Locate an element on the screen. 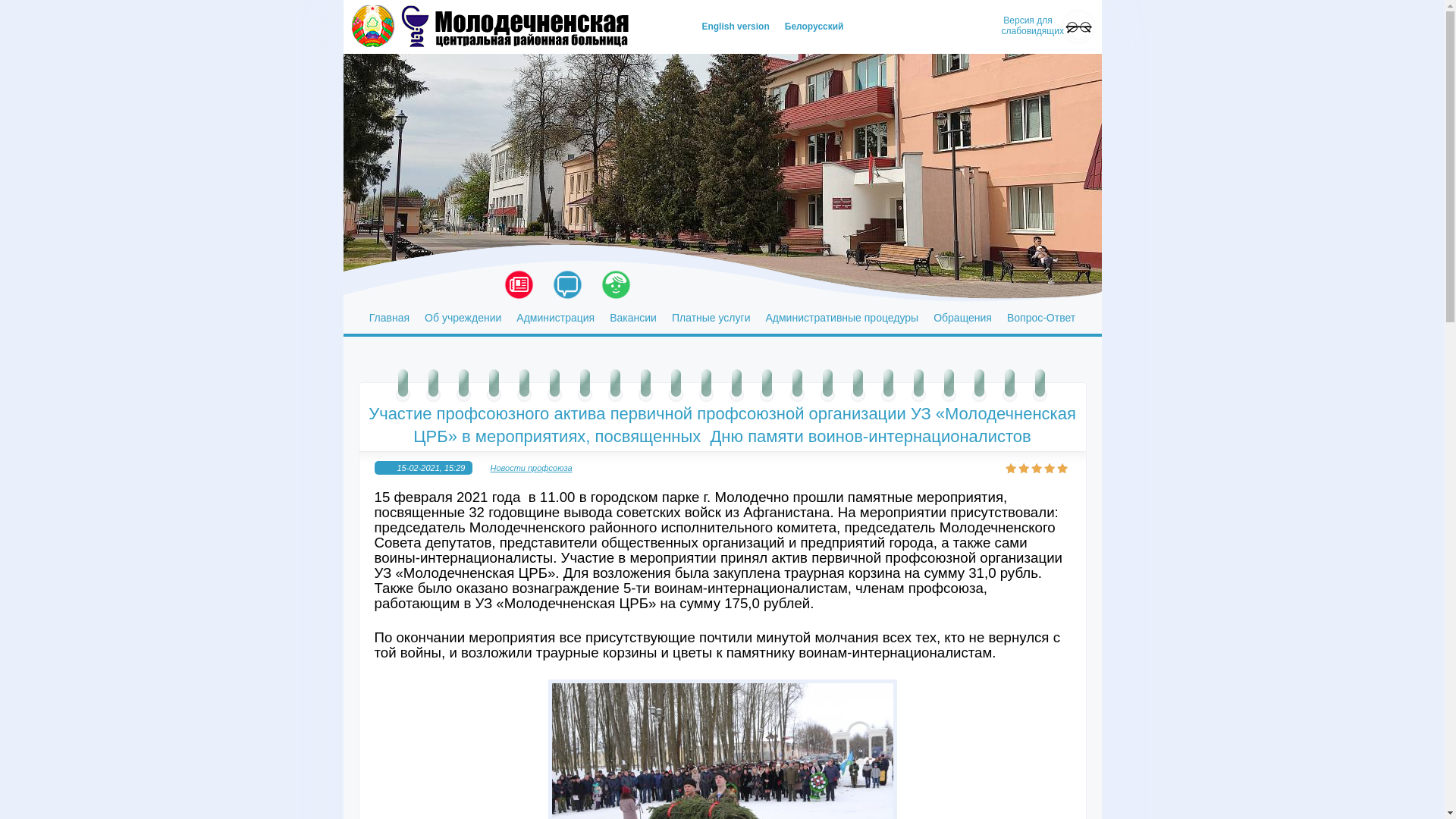 The width and height of the screenshot is (1456, 819). '2' is located at coordinates (1024, 467).